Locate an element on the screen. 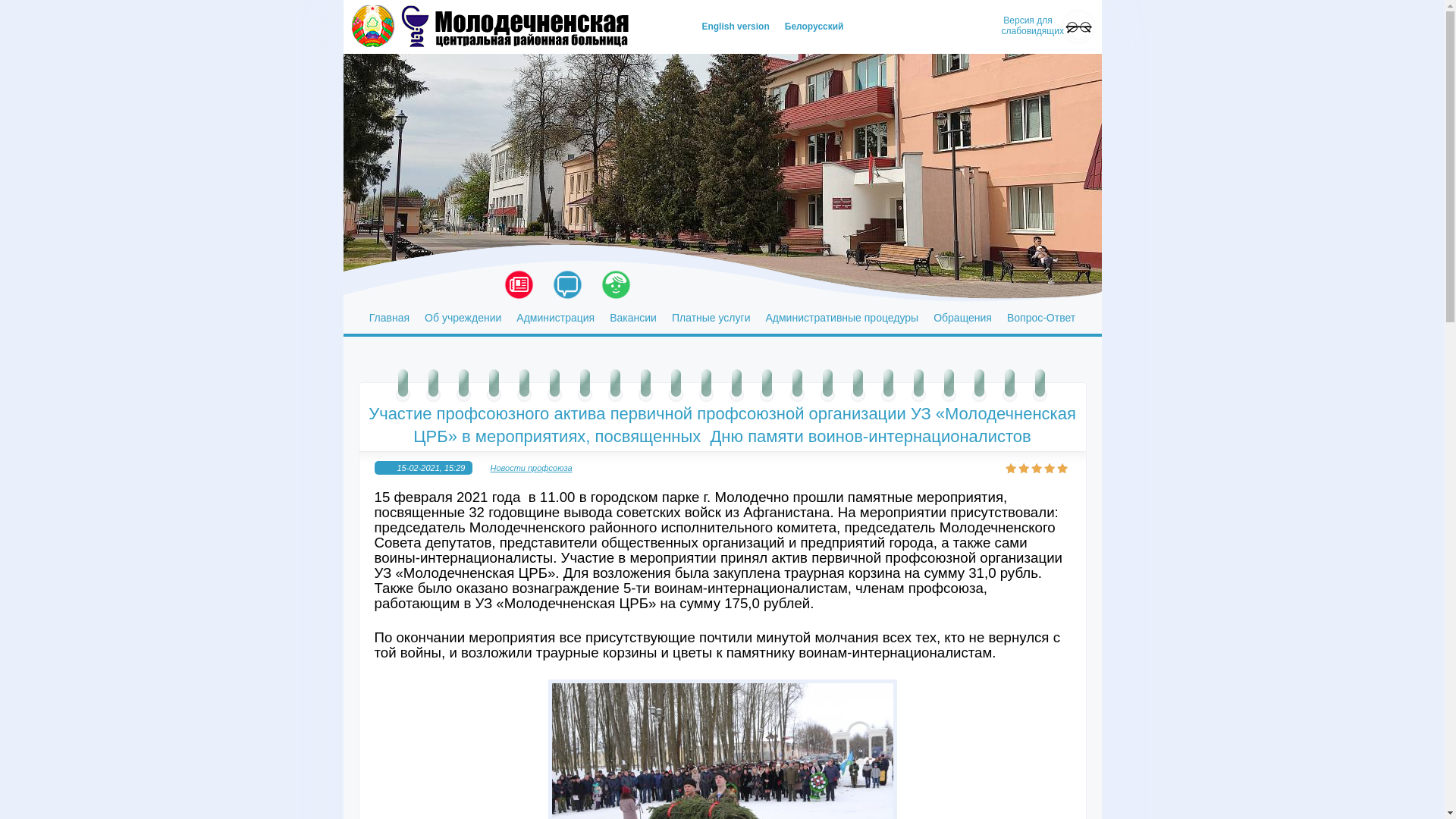 The width and height of the screenshot is (1456, 819). '2' is located at coordinates (1024, 467).